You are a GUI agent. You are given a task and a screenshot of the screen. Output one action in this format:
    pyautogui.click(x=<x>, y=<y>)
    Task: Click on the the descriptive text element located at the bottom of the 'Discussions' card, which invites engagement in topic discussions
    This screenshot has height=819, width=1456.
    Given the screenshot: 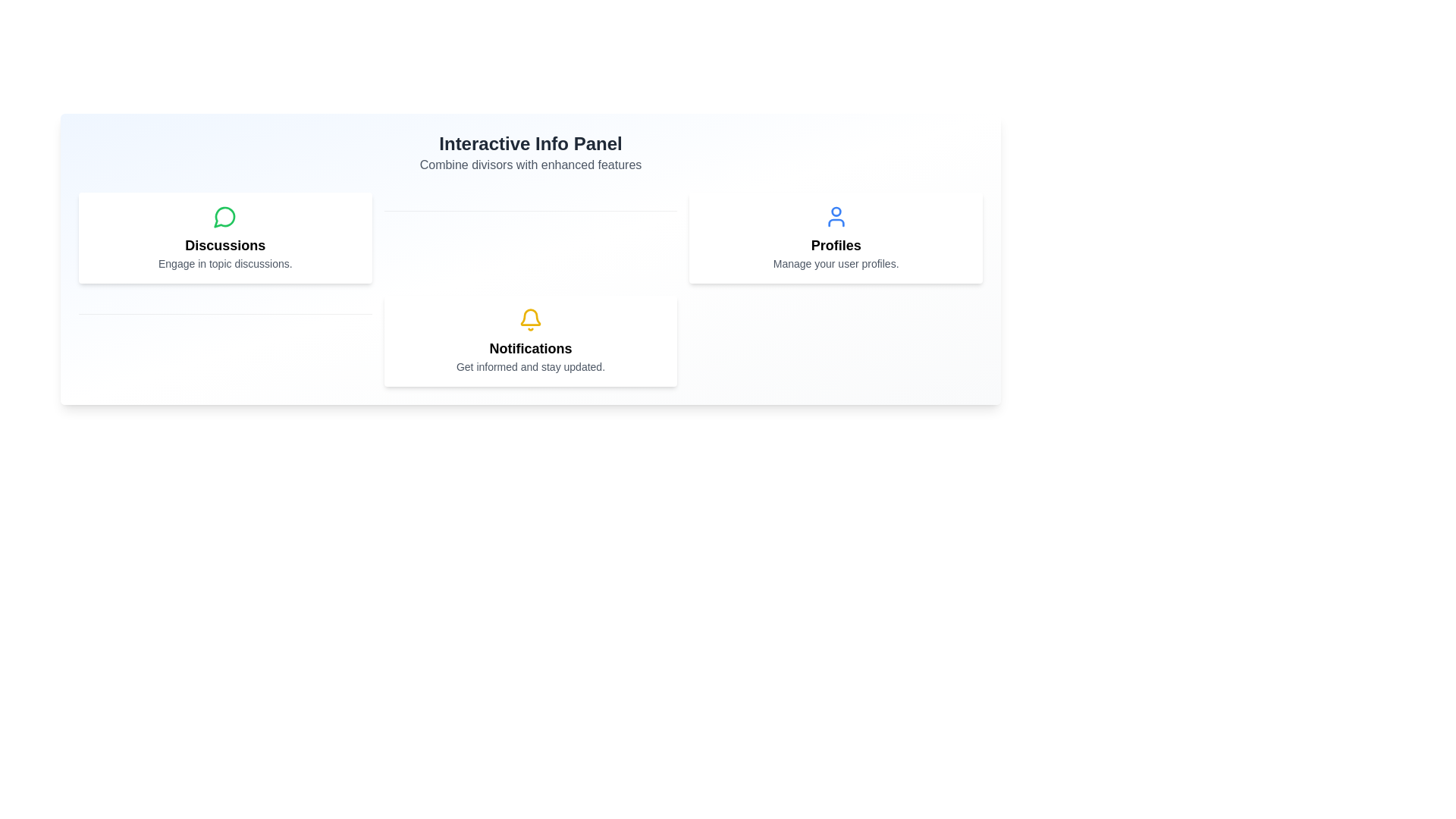 What is the action you would take?
    pyautogui.click(x=224, y=262)
    